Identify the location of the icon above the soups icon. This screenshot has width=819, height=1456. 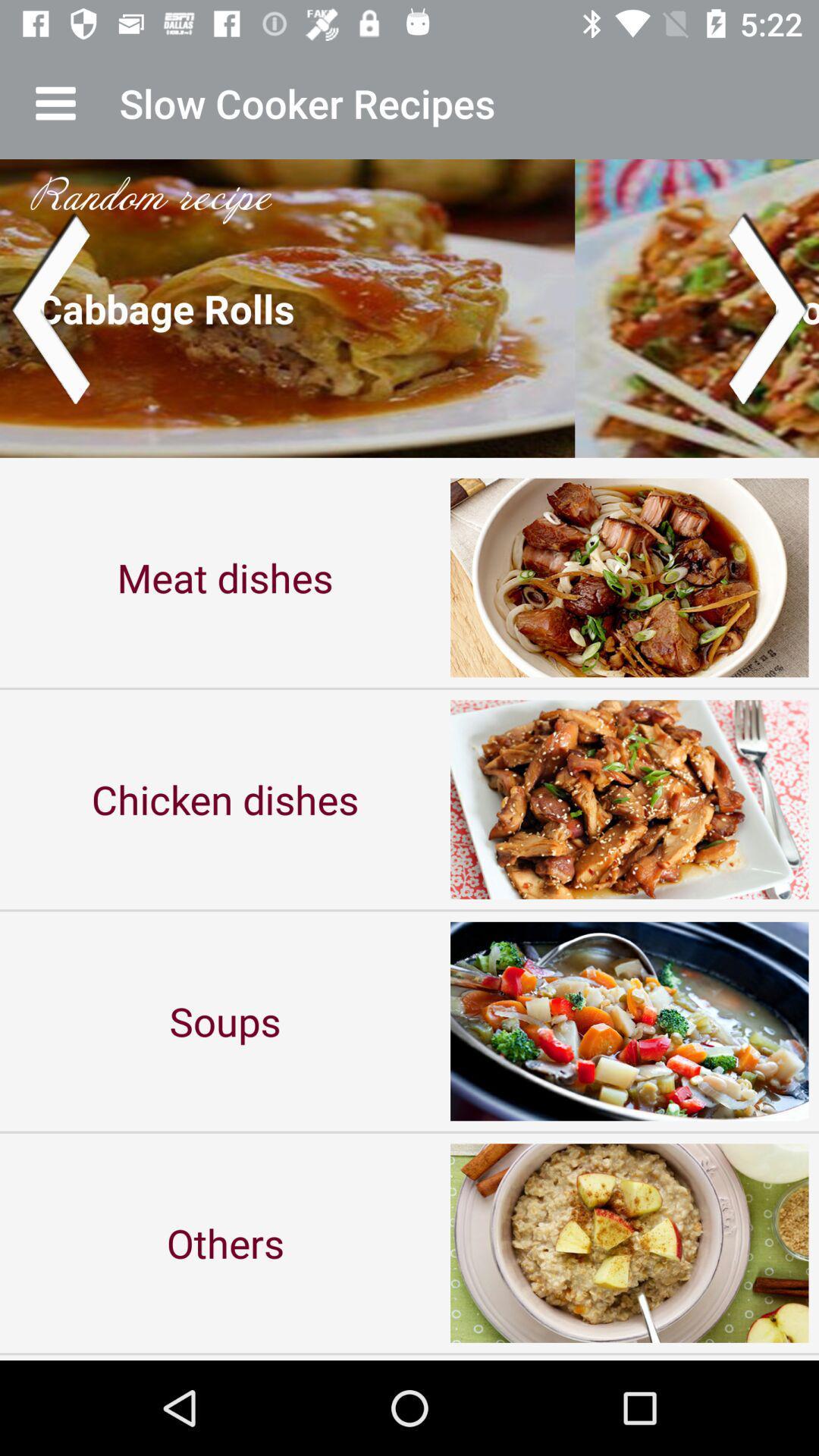
(225, 799).